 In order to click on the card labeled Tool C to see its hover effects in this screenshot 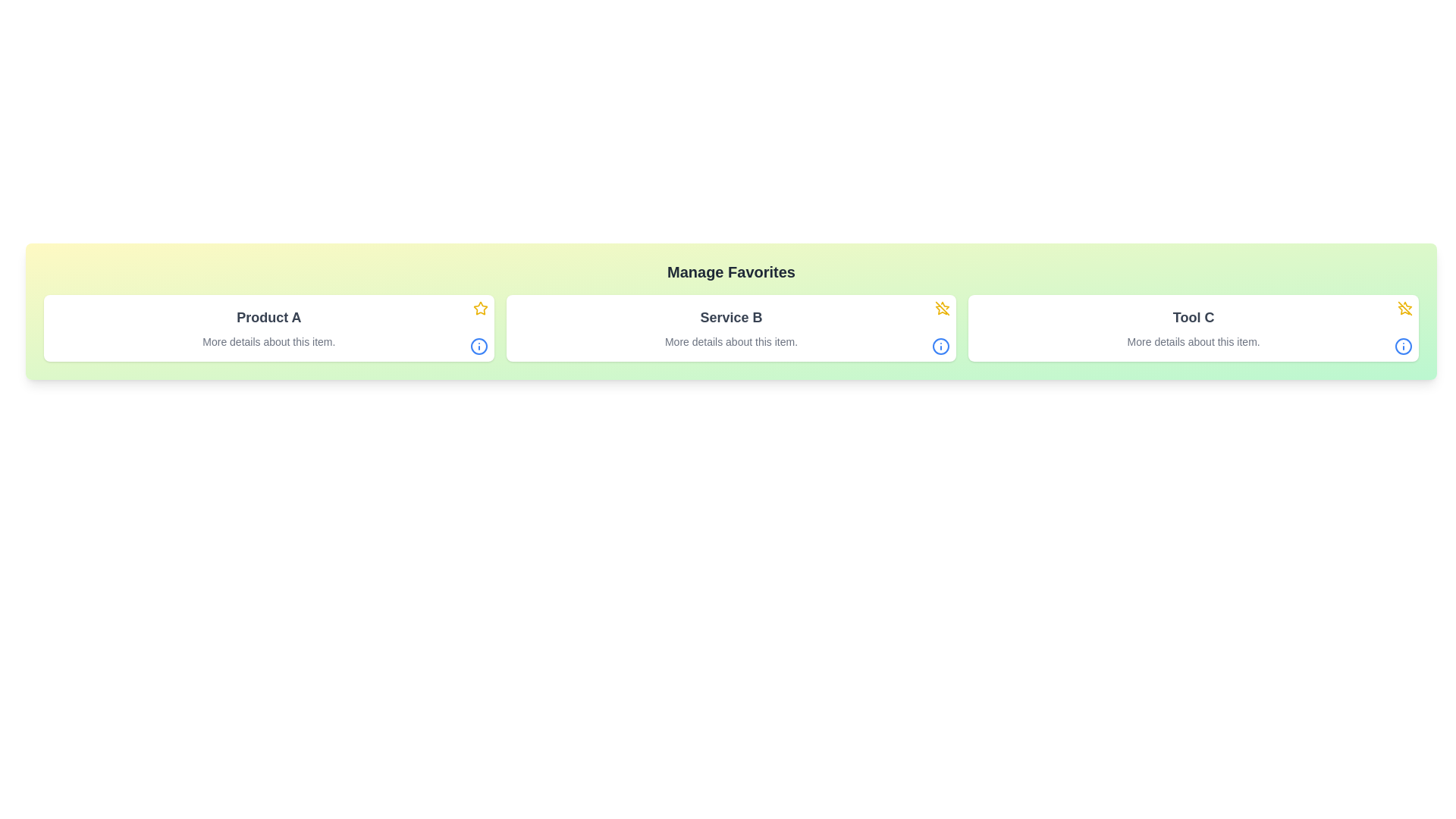, I will do `click(1193, 327)`.